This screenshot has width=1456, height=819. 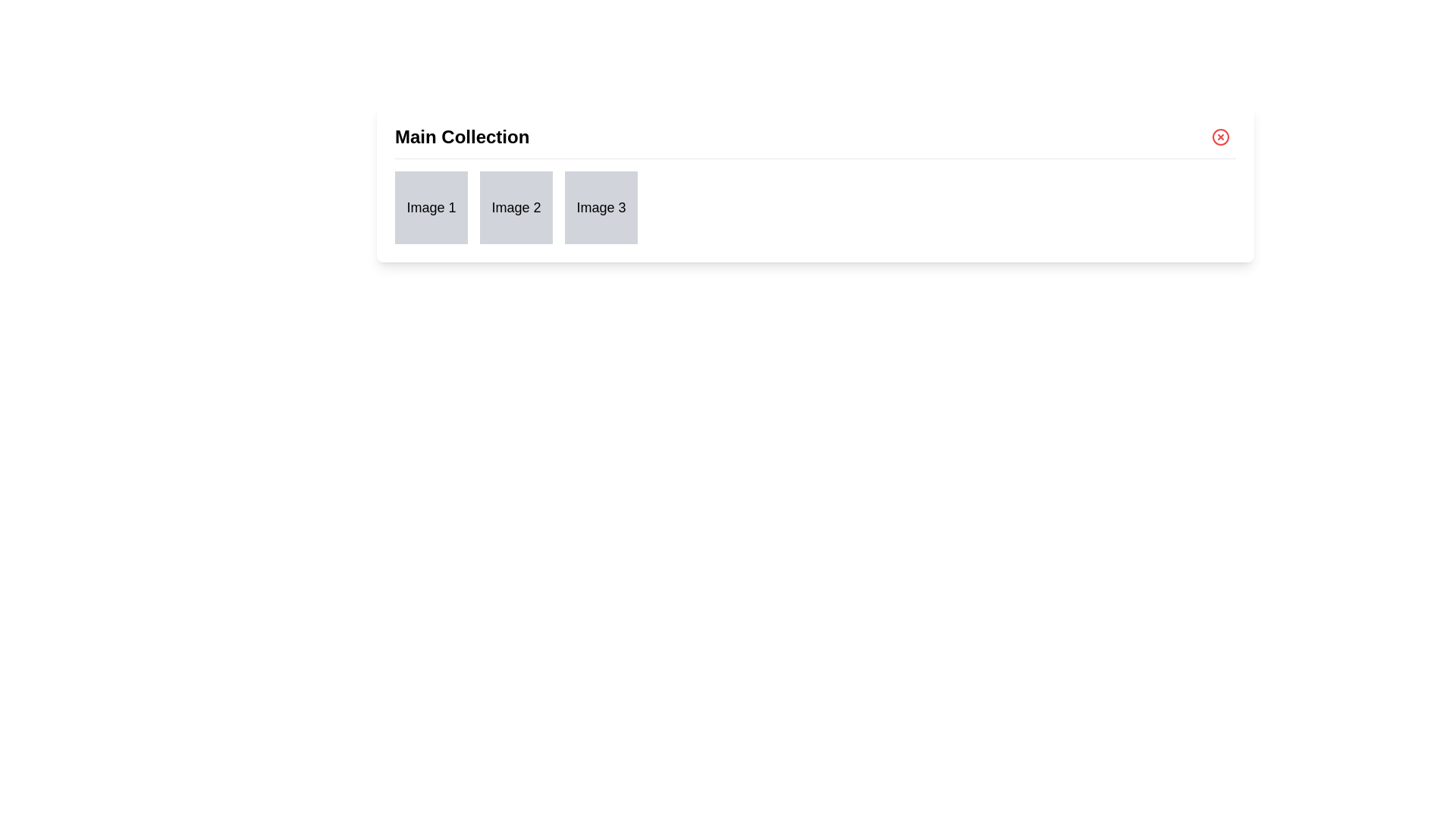 What do you see at coordinates (600, 207) in the screenshot?
I see `the button labeled 'Image 3', which is a square box with a light gray background and centered text. This button is the third in a row of three boxes below the 'Main Collection' heading` at bounding box center [600, 207].